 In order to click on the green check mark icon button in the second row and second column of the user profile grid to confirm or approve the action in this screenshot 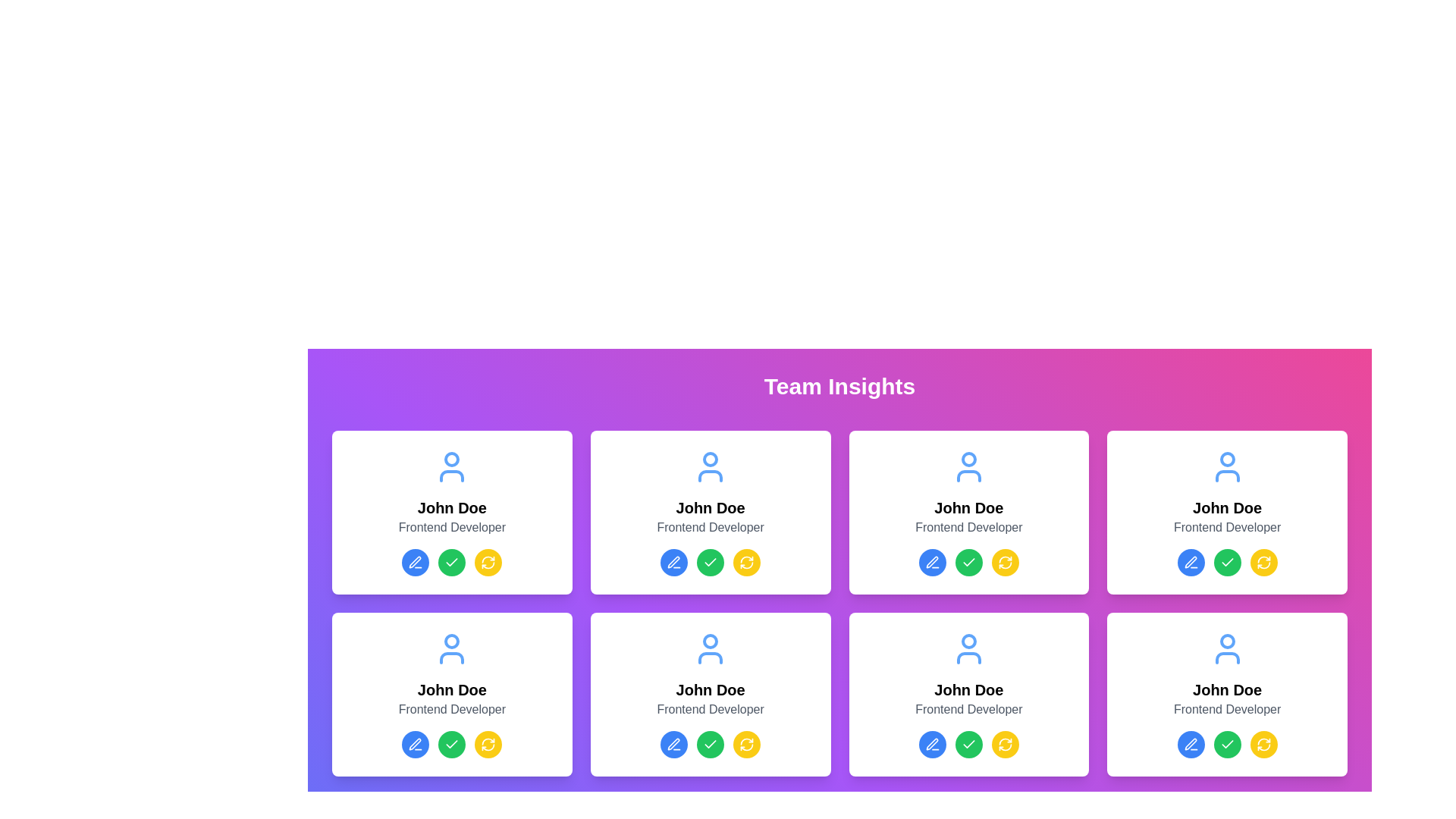, I will do `click(710, 744)`.